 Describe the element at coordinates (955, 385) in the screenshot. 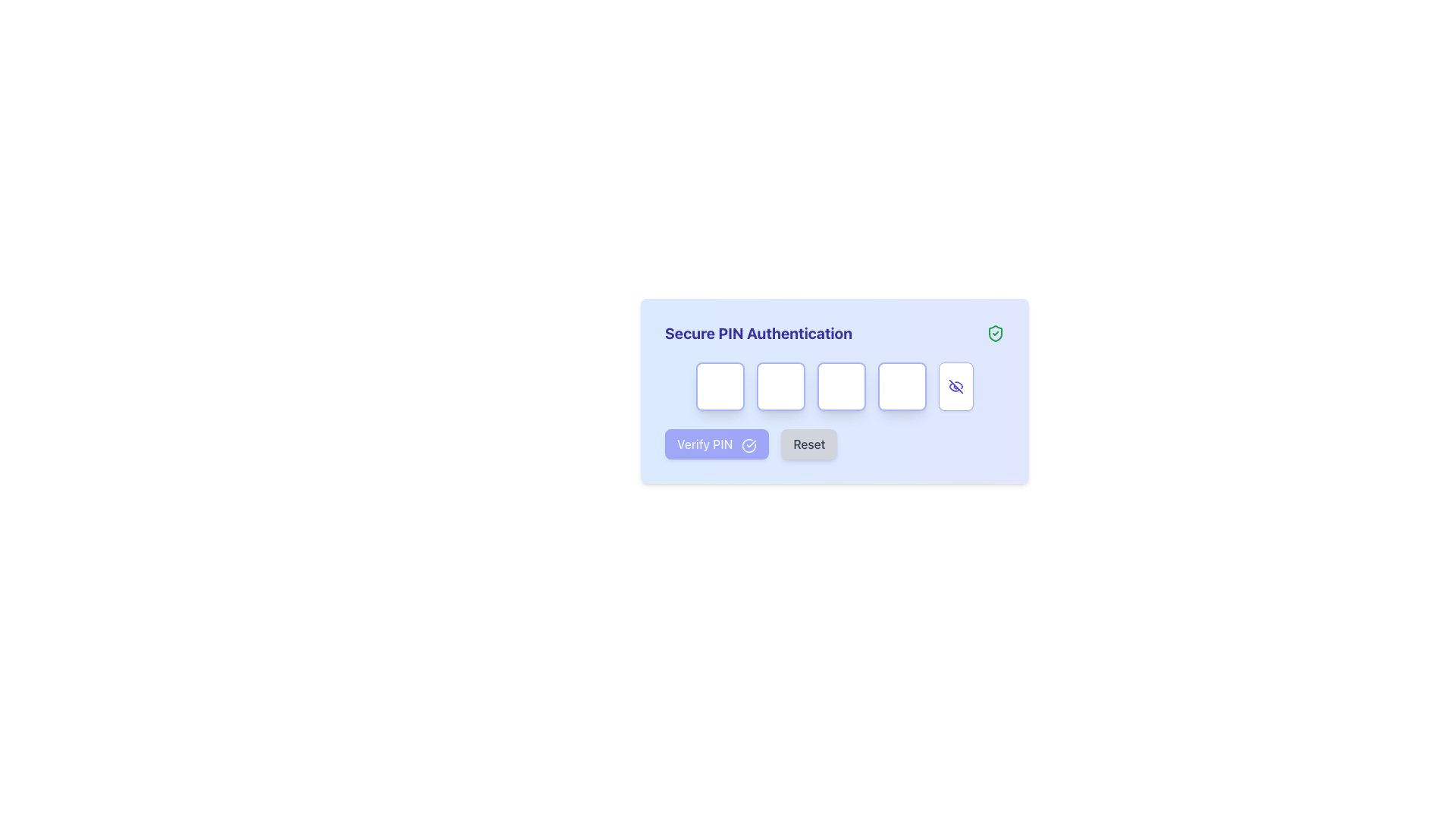

I see `the visibility toggle button, which is a small square button with rounded corners and an eye icon with a strikethrough line, located at the far right of the PIN input boxes` at that location.